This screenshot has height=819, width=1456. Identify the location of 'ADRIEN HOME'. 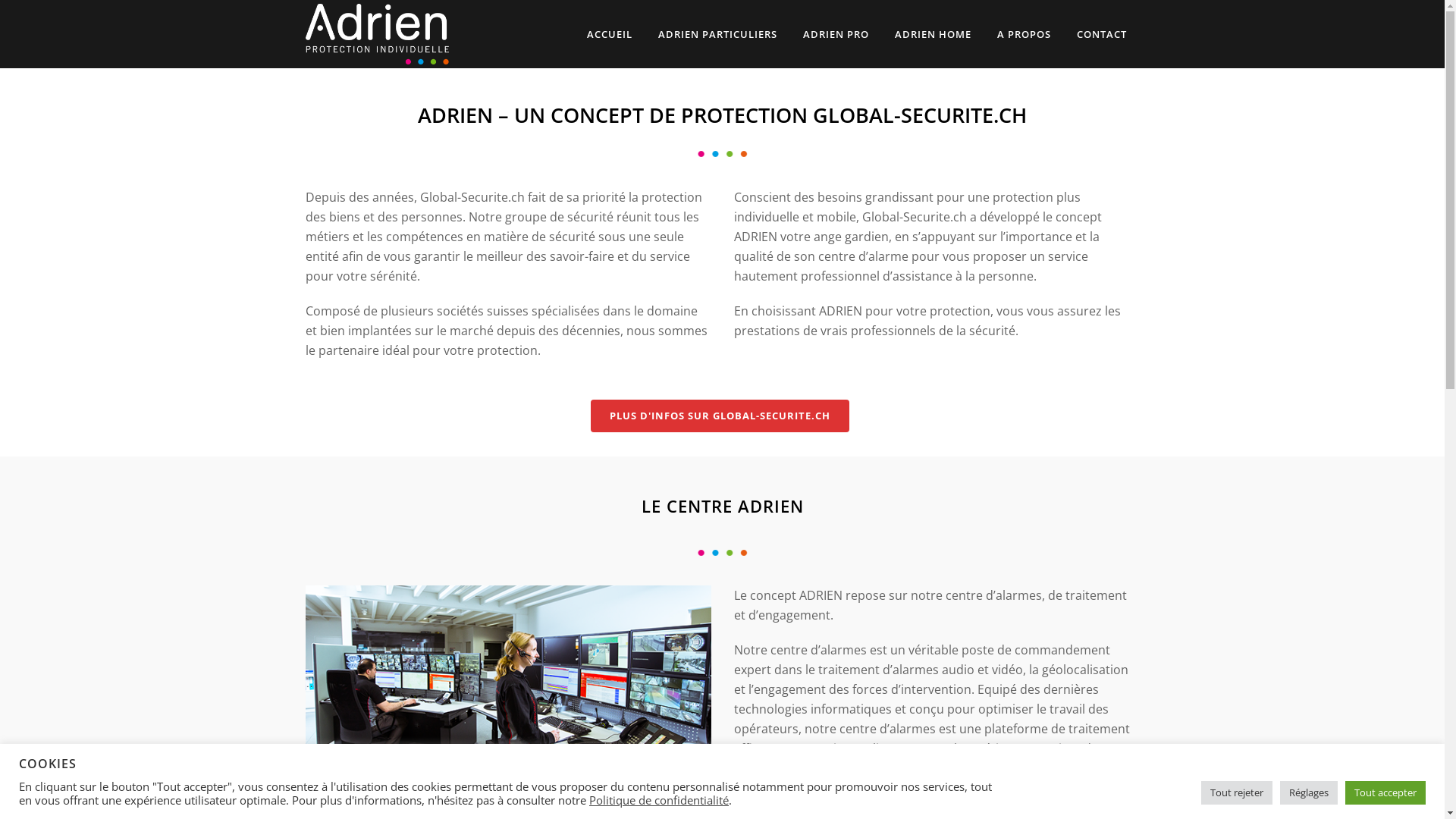
(931, 34).